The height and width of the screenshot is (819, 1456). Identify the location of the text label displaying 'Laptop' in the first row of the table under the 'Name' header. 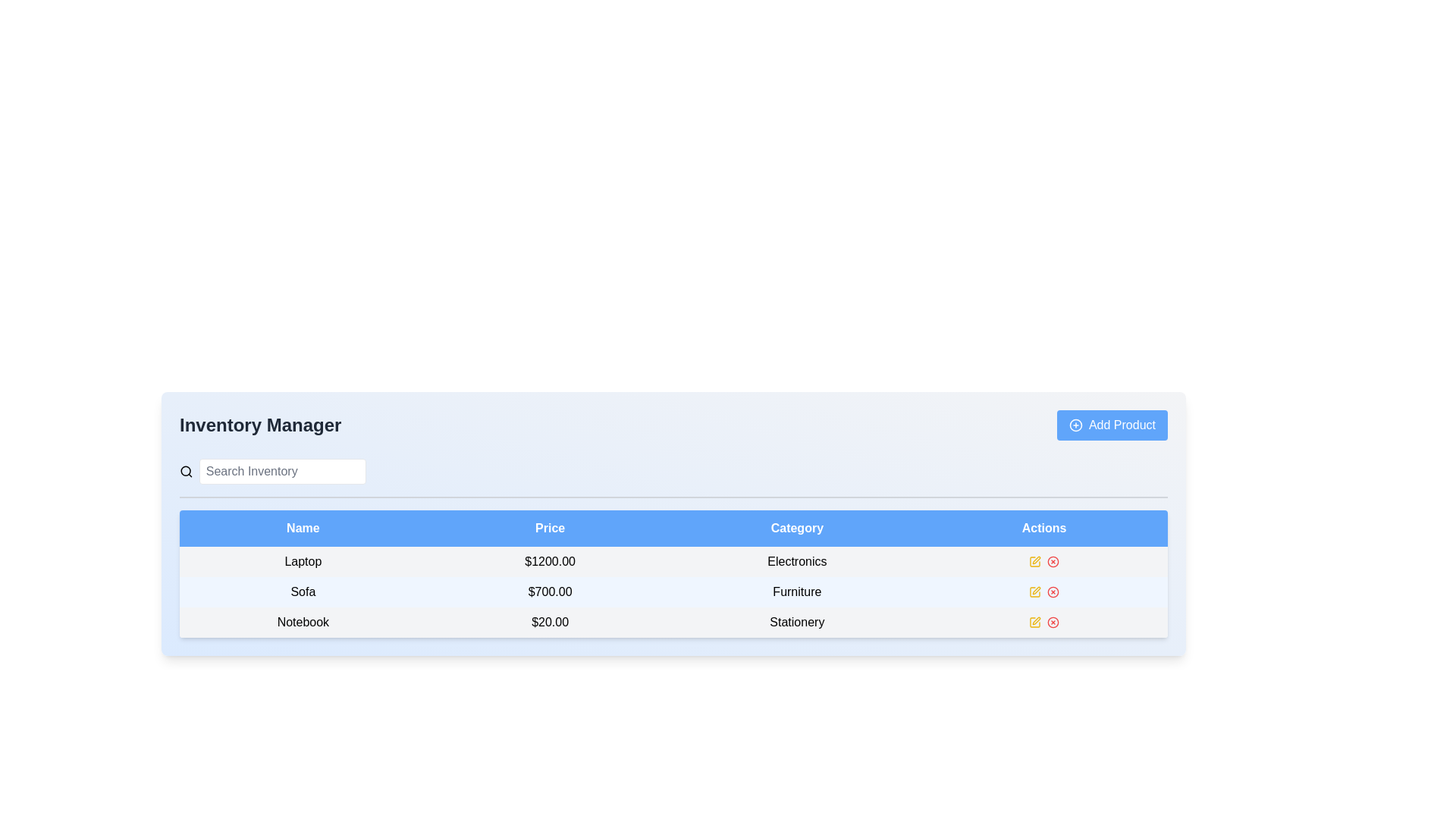
(303, 561).